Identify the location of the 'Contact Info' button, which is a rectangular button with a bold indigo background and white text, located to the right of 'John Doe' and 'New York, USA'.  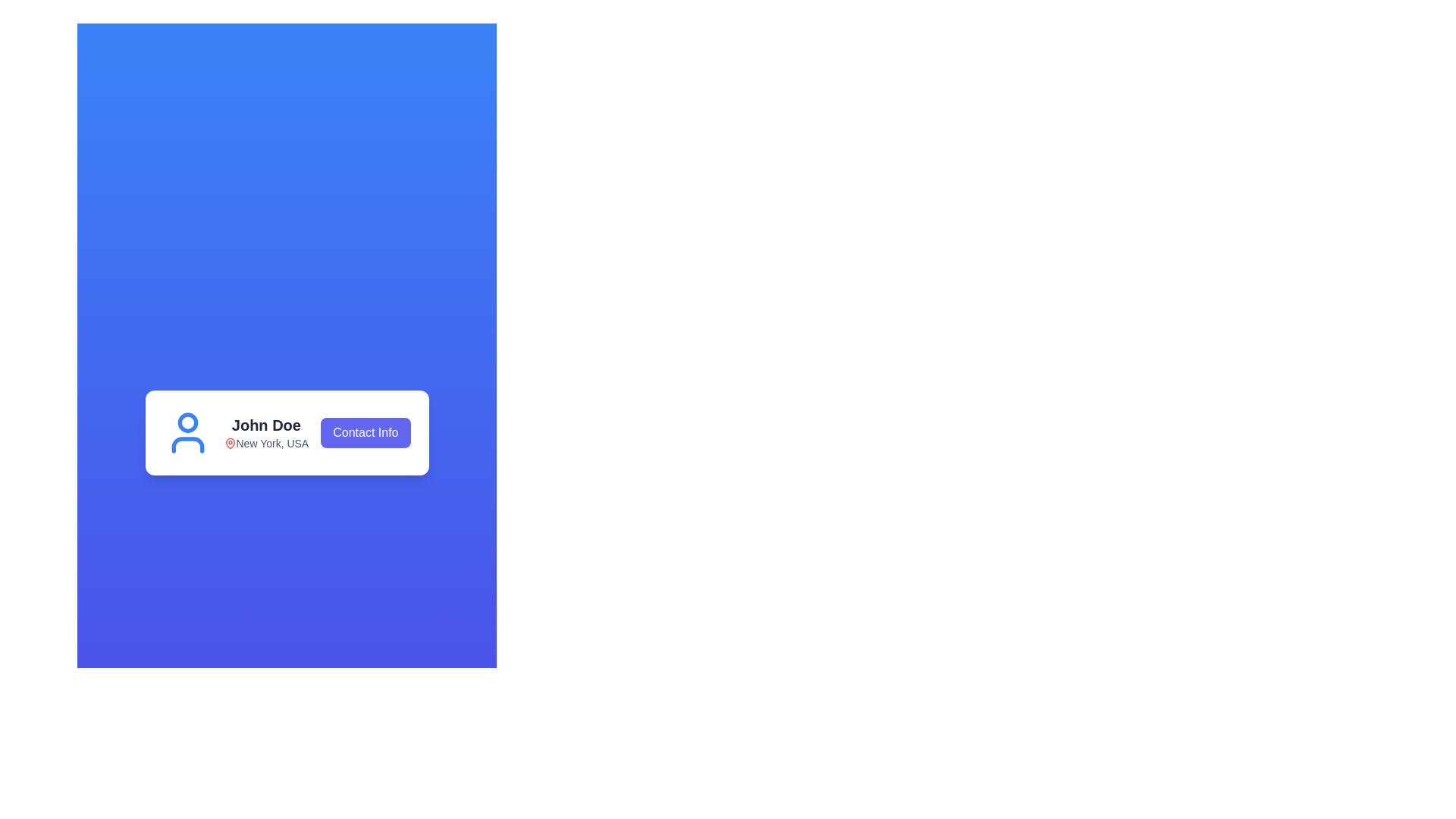
(366, 432).